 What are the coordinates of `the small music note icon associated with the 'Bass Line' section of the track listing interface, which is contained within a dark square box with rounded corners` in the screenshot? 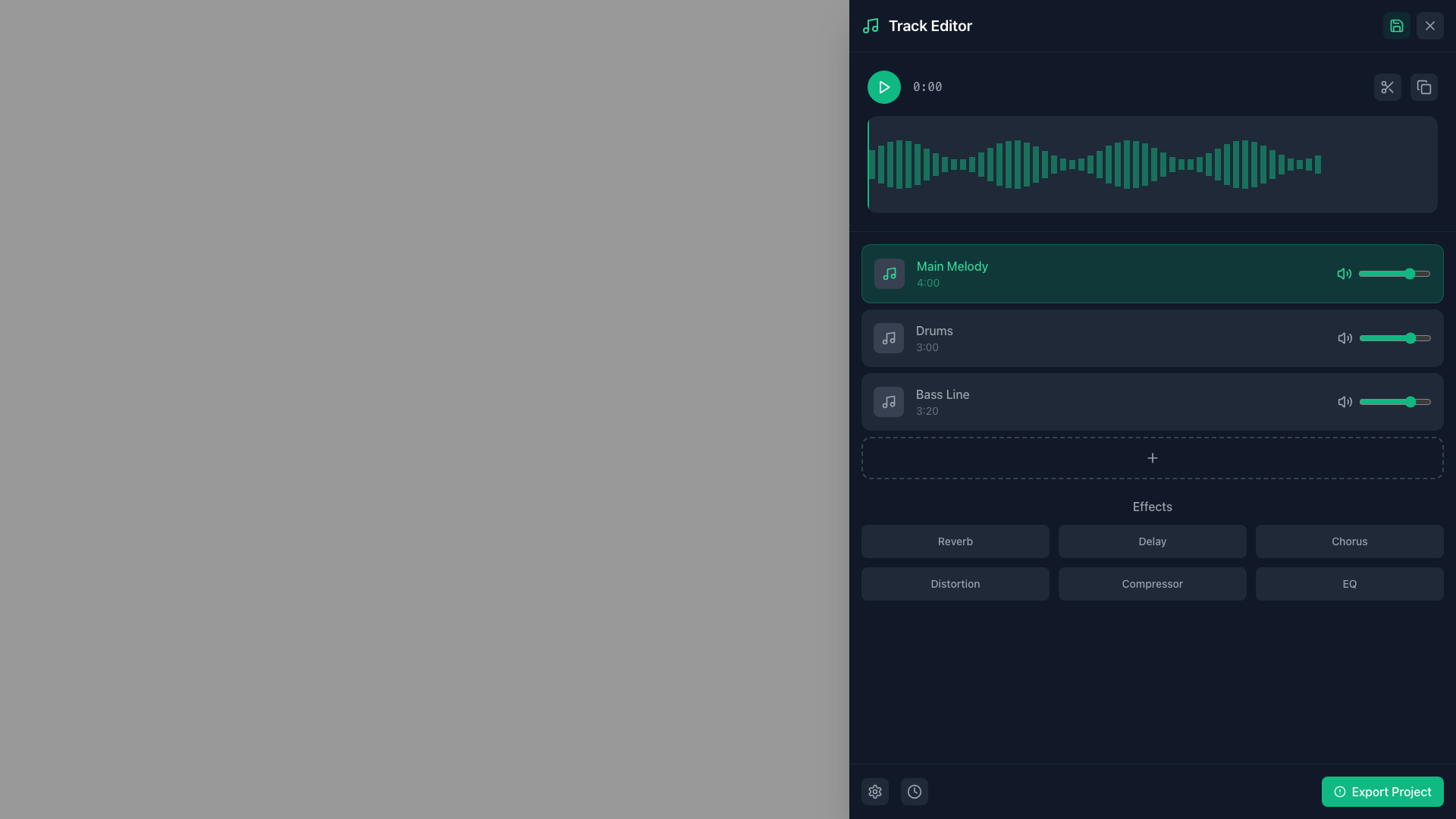 It's located at (888, 400).